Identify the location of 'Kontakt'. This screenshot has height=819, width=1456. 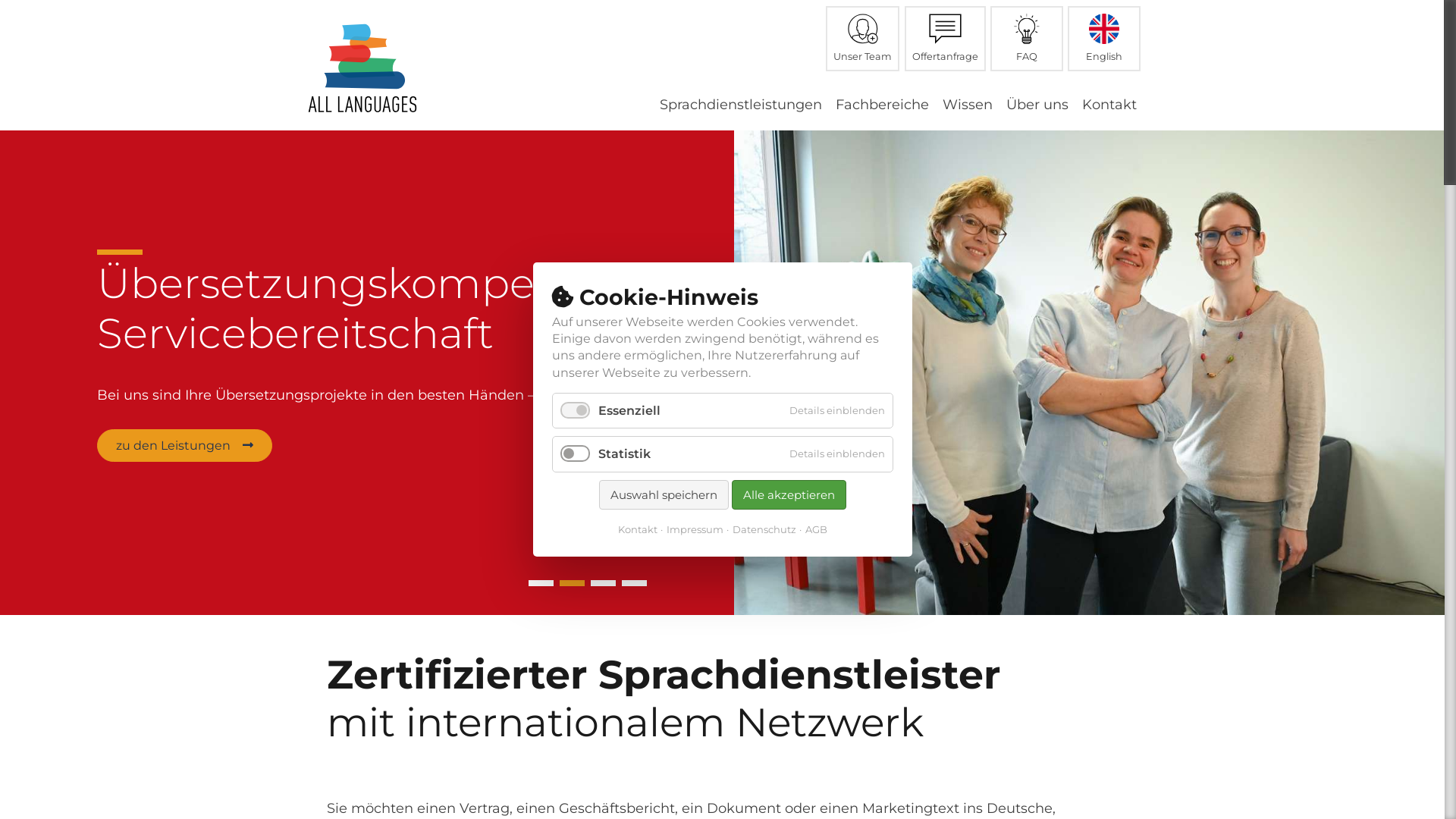
(637, 529).